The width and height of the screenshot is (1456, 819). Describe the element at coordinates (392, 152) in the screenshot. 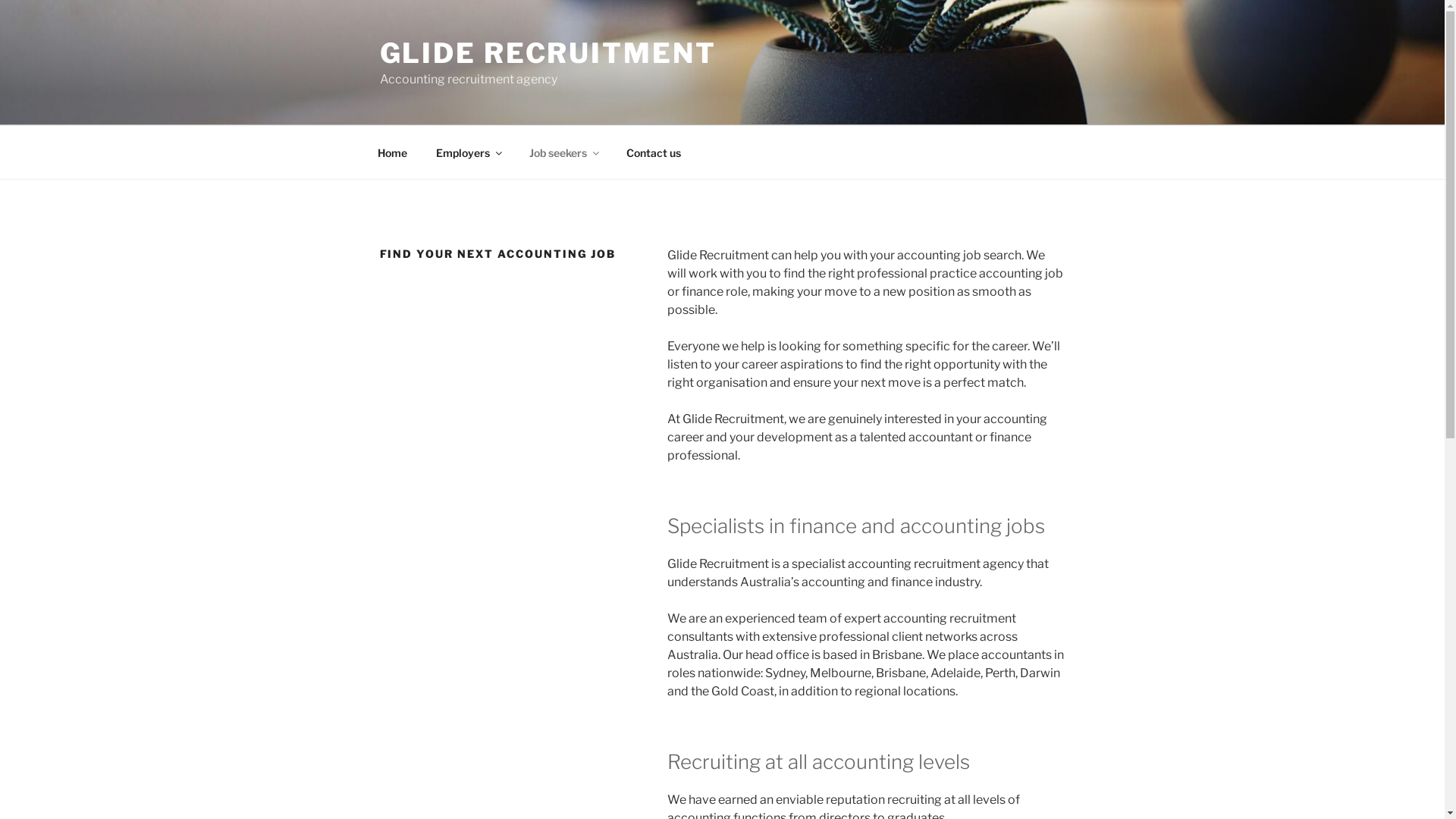

I see `'Home'` at that location.